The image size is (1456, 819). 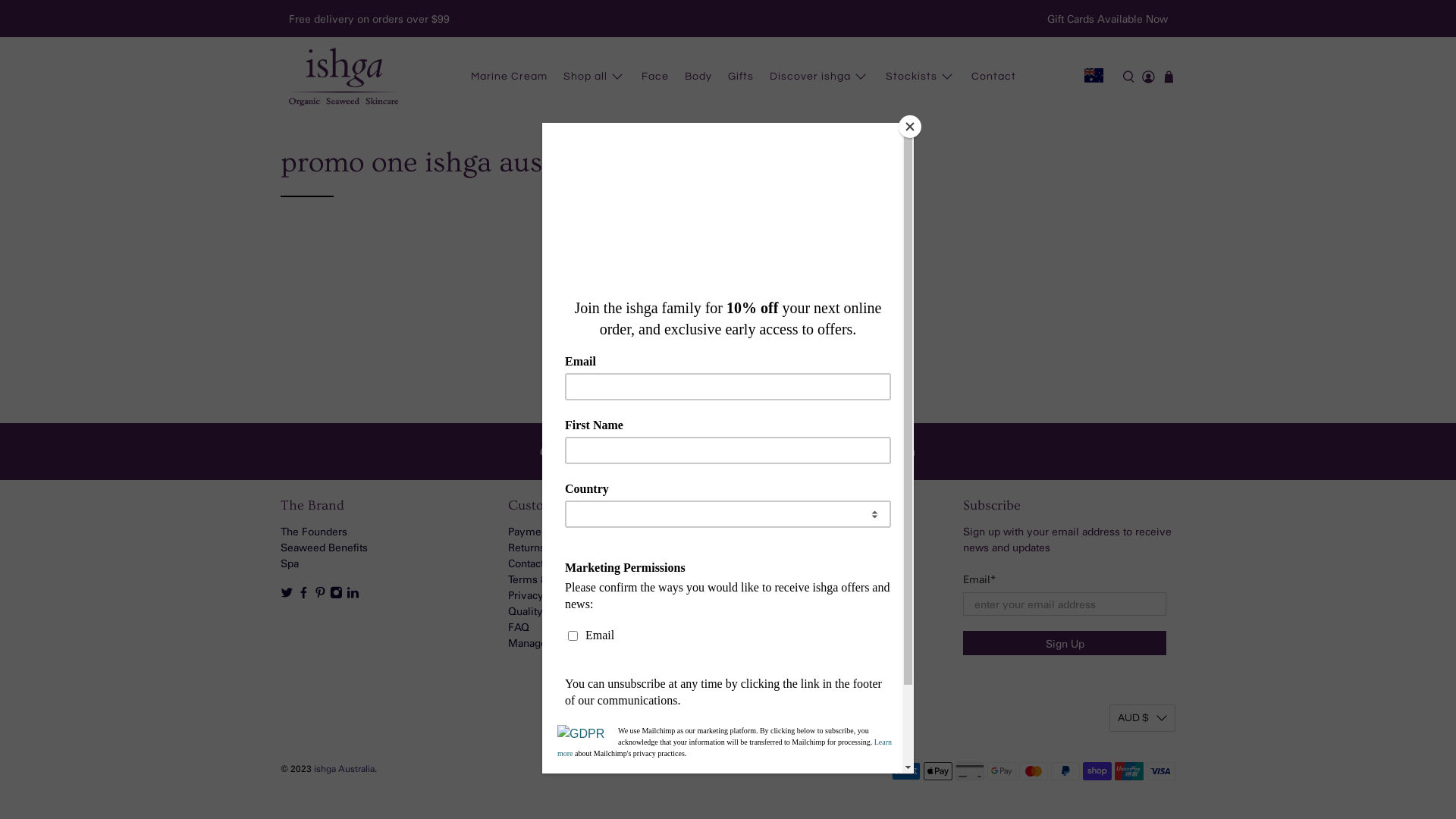 I want to click on 'ishga Australia', so click(x=312, y=768).